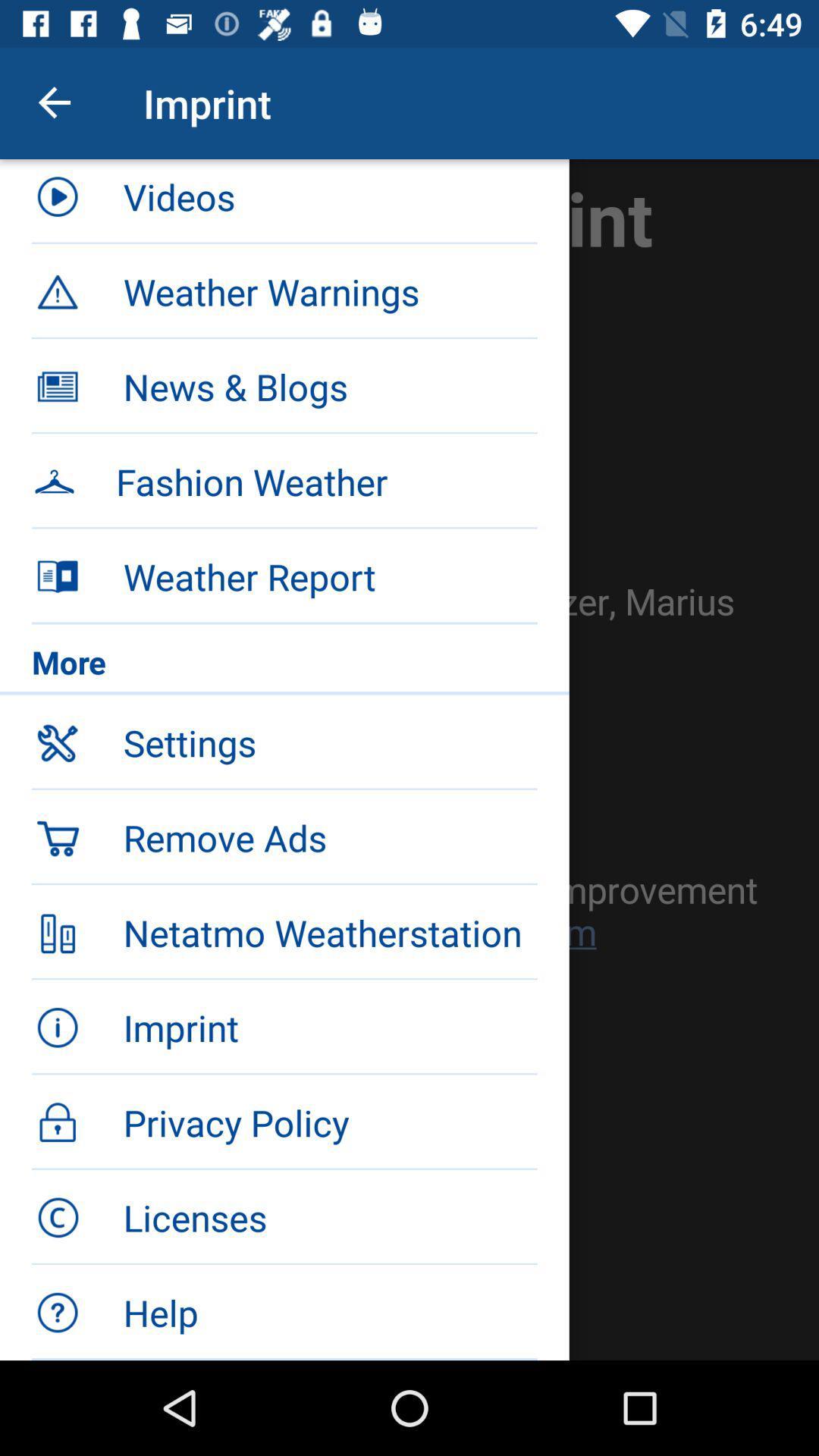 The width and height of the screenshot is (819, 1456). I want to click on the weather warnings icon, so click(329, 291).